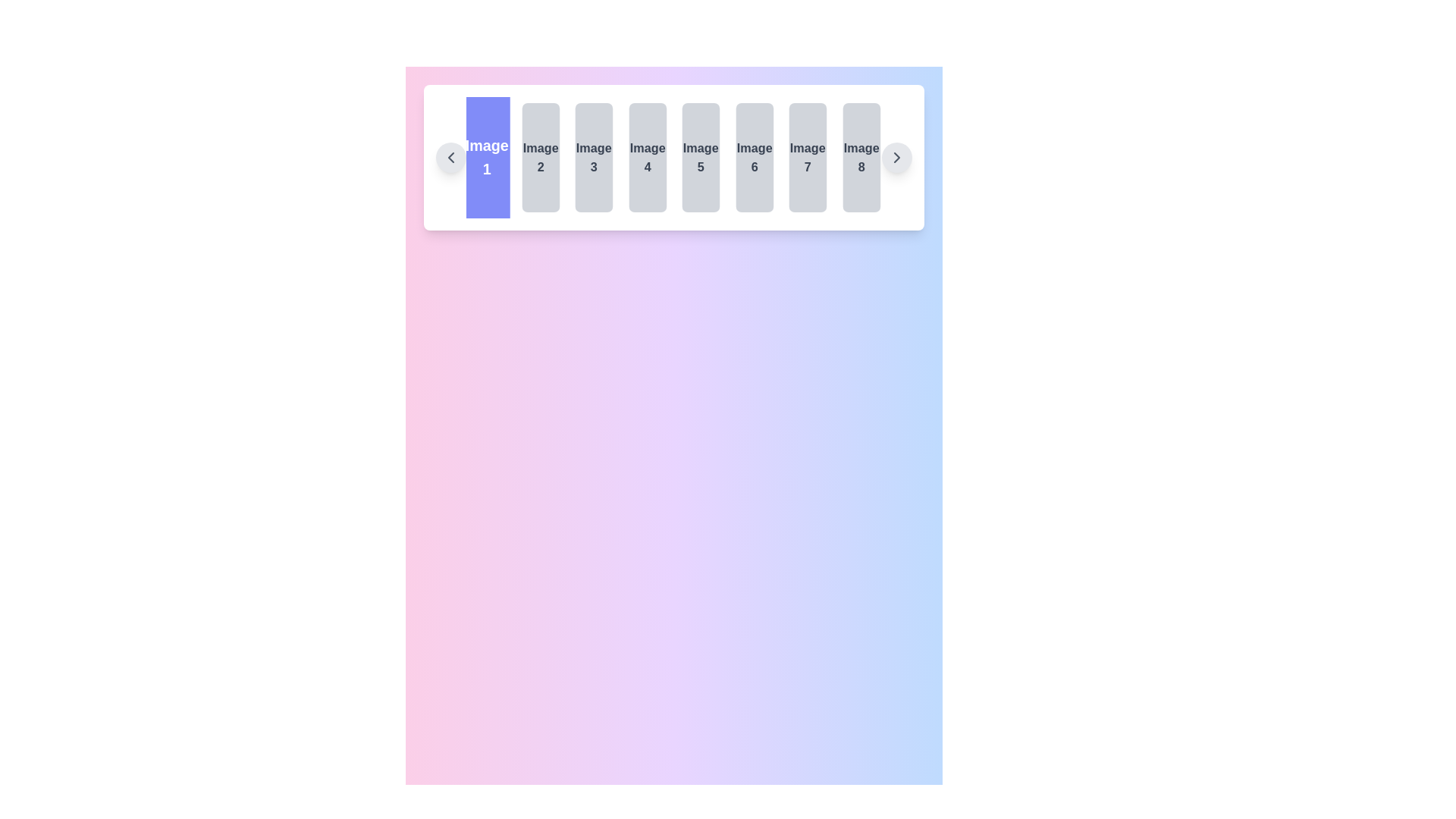  I want to click on the rectangular card with a blue background labeled 'Image 1' in white text at the center, so click(487, 158).